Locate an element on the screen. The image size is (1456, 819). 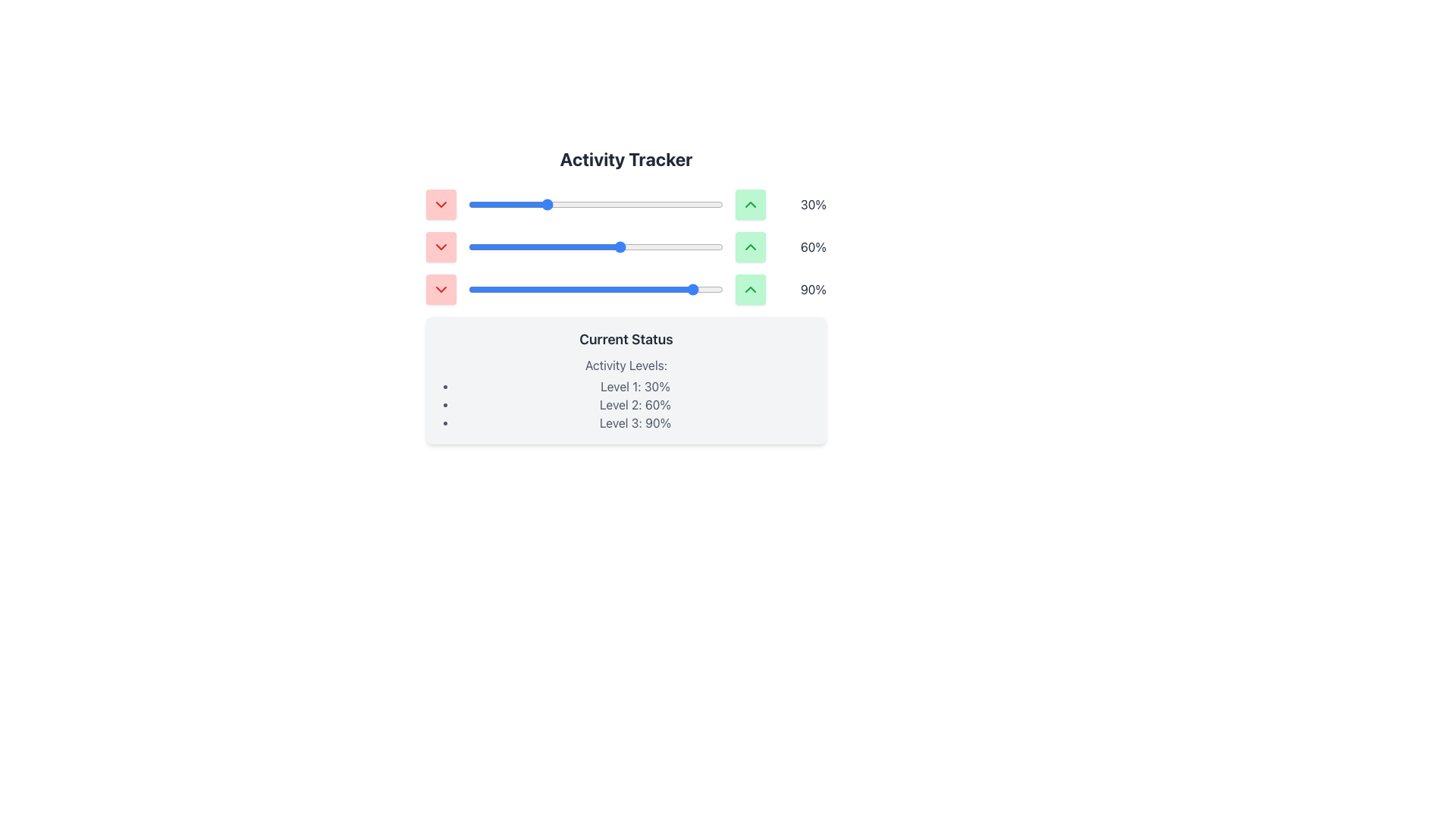
the slider is located at coordinates (488, 289).